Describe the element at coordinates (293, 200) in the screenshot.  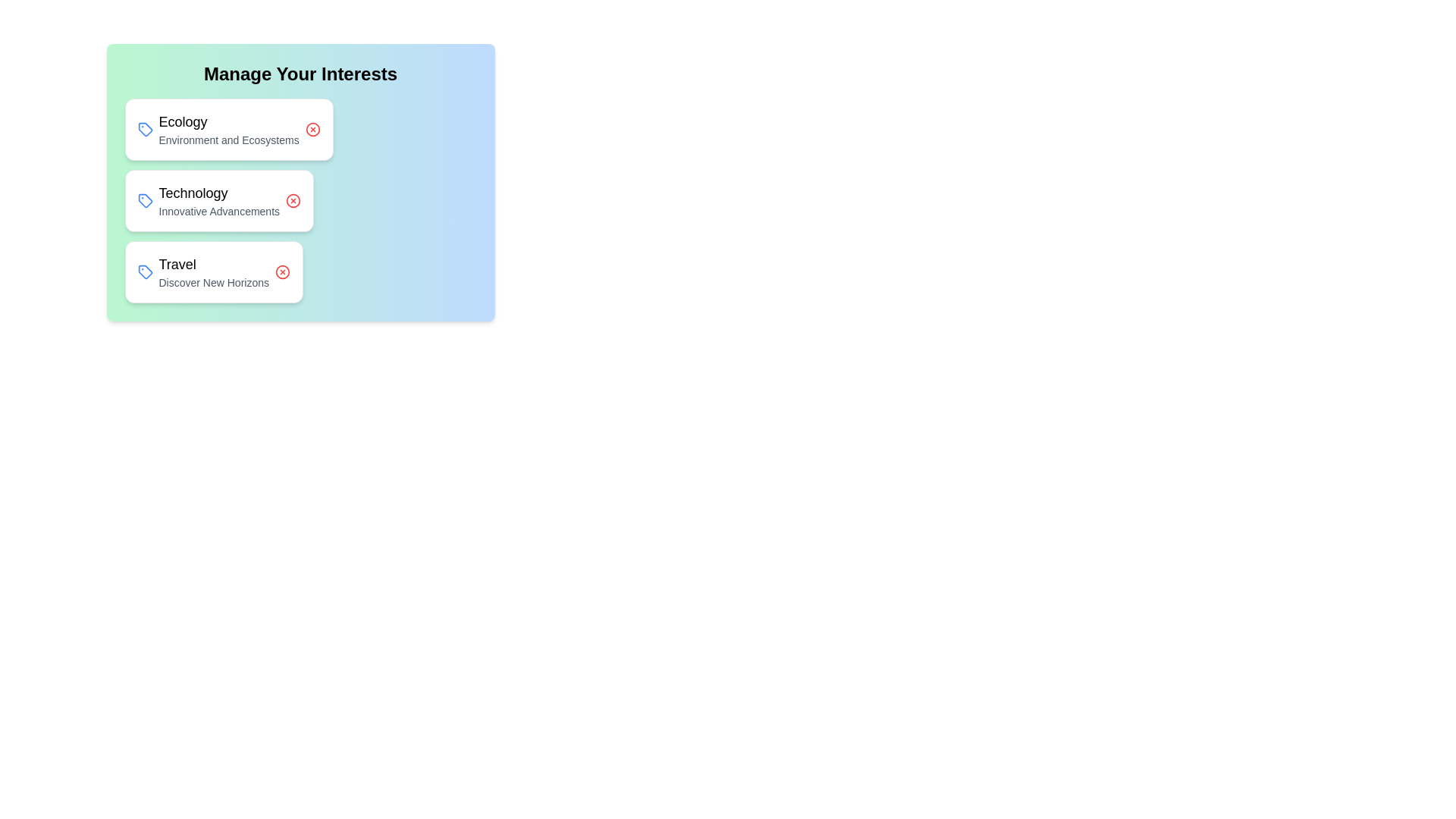
I see `the delete button of the chip labeled Technology` at that location.